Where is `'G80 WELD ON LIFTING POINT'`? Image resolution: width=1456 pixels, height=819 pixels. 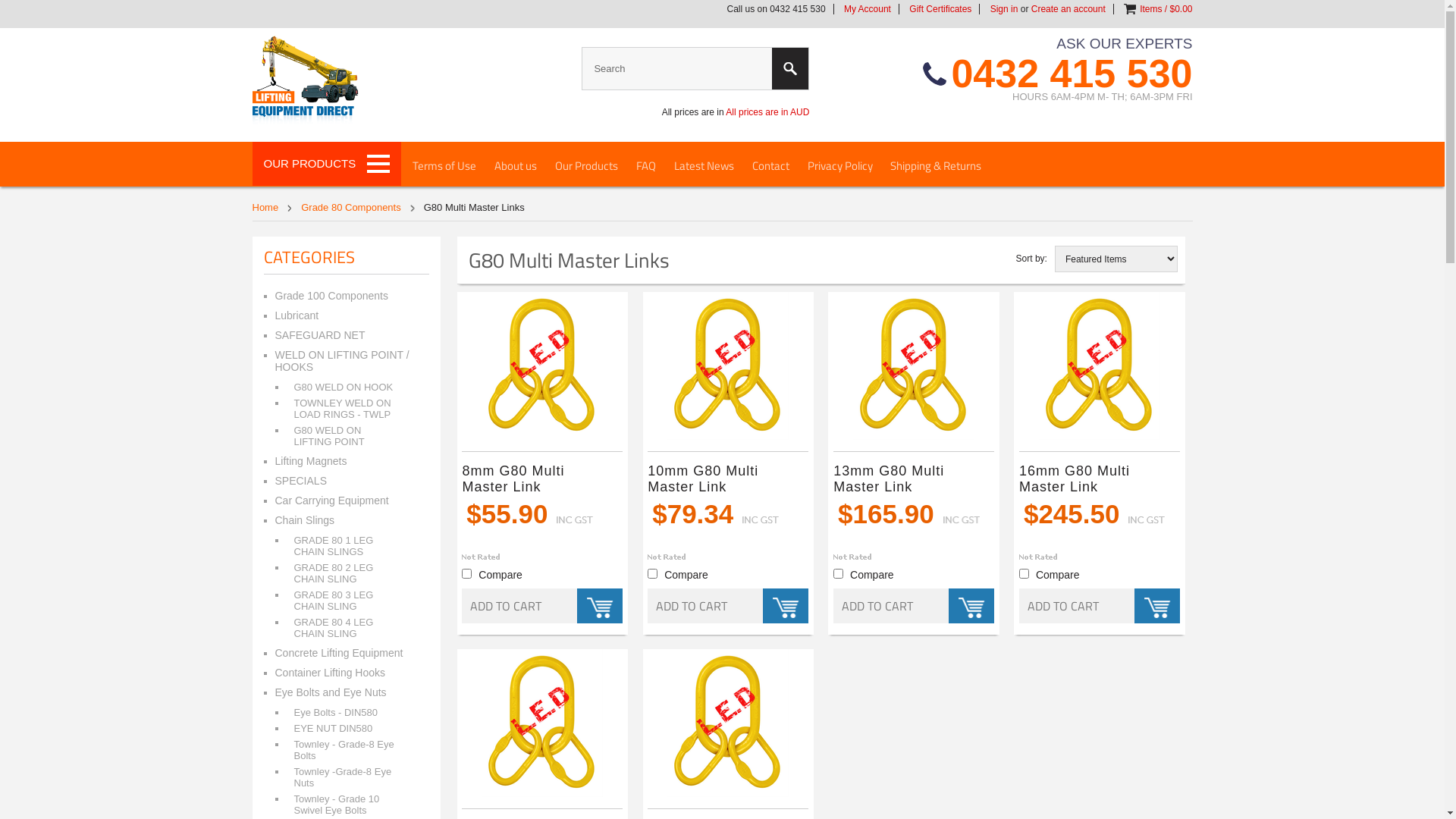
'G80 WELD ON LIFTING POINT' is located at coordinates (346, 435).